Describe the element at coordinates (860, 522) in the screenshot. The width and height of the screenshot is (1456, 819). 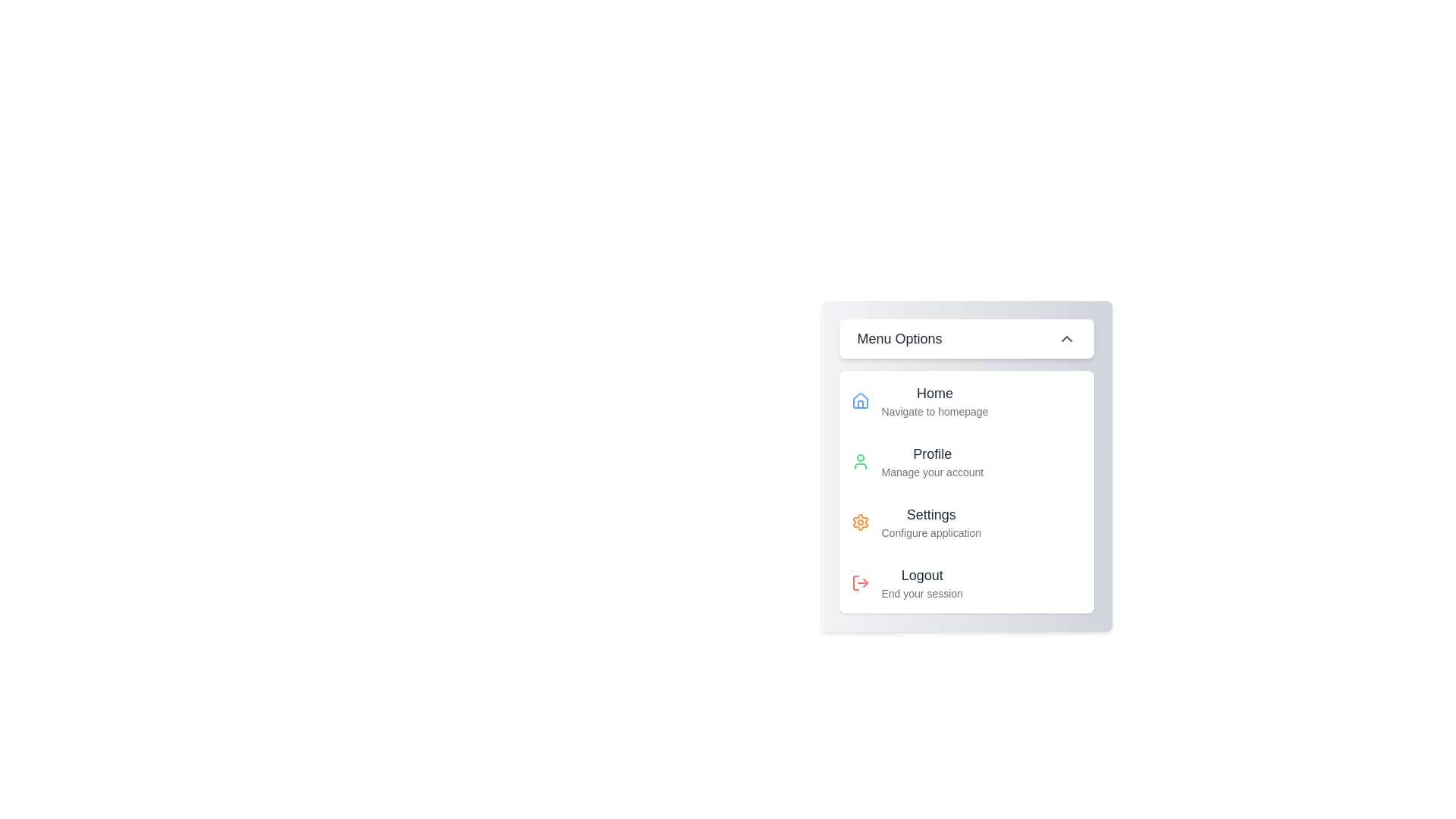
I see `the 'Settings' icon, which is the third item in the vertical list of navigation buttons within the menu panel` at that location.